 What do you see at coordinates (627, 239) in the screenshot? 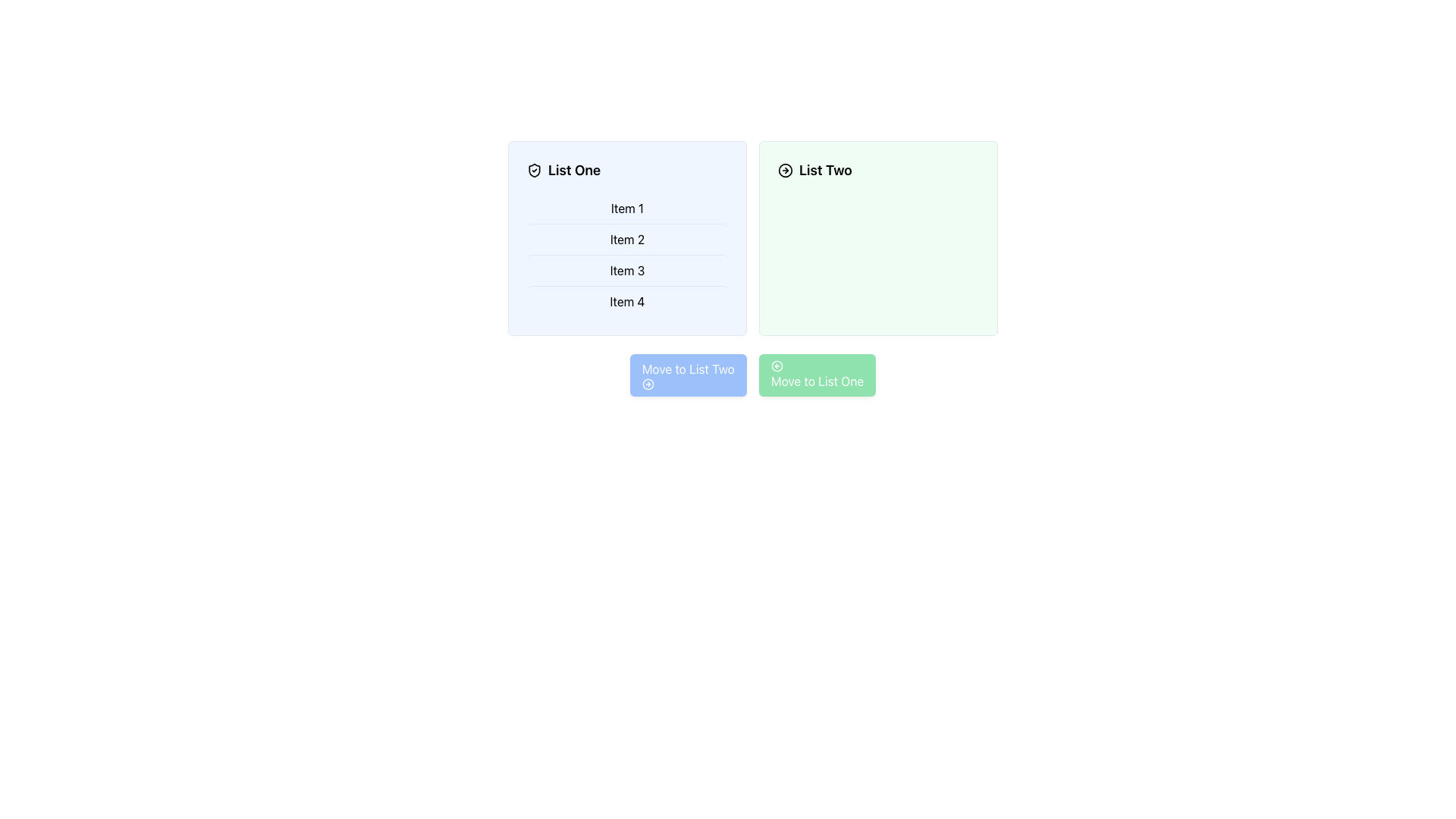
I see `the text label reading 'Item 2' located in the left card titled 'List One', which is styled as a selectable item and positioned below 'Item 1'` at bounding box center [627, 239].